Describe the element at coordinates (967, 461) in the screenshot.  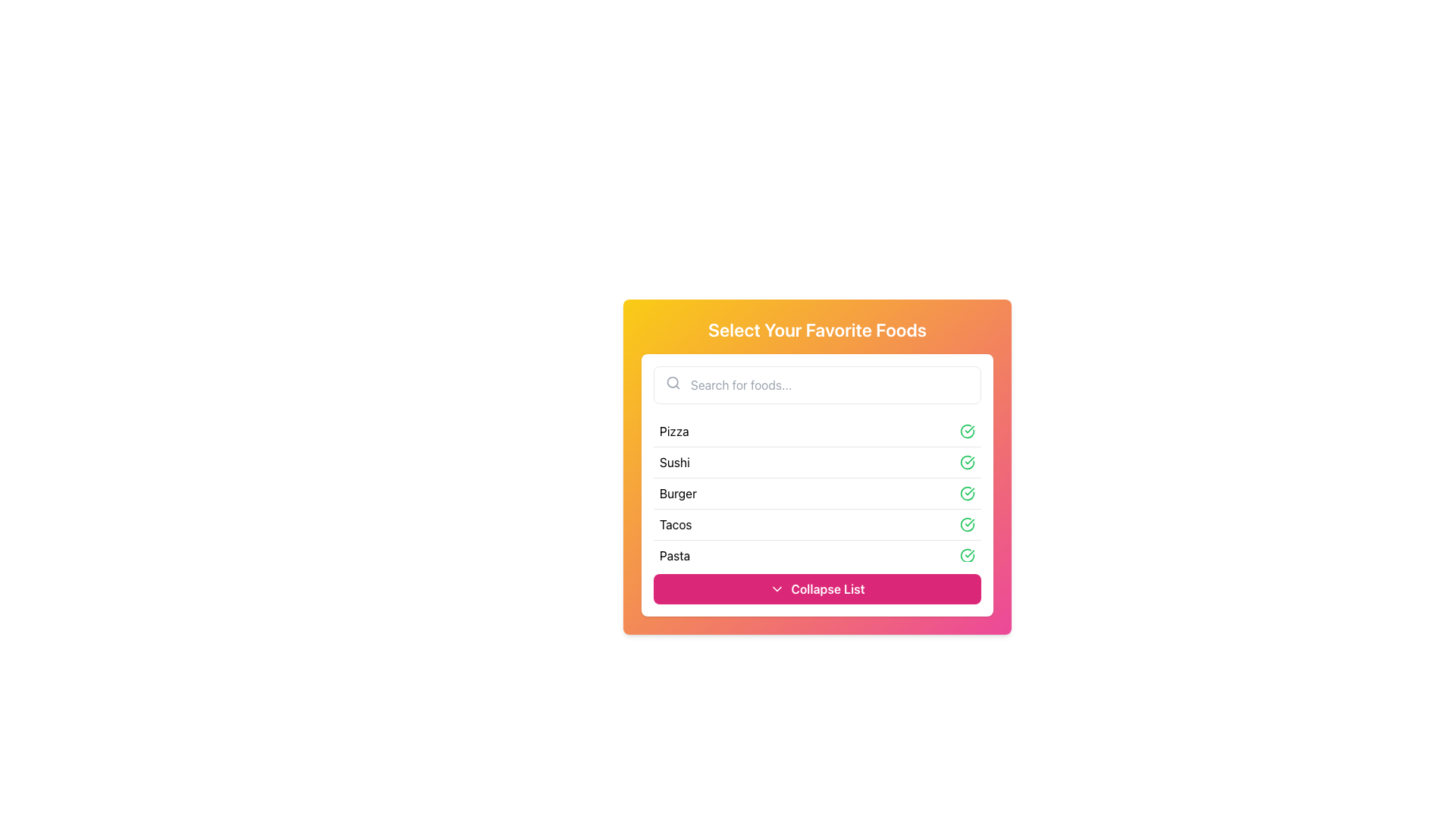
I see `the selection confirmation icon for the 'Sushi' item, located at the far right of the 'Sushi' row adjacent to its text label` at that location.